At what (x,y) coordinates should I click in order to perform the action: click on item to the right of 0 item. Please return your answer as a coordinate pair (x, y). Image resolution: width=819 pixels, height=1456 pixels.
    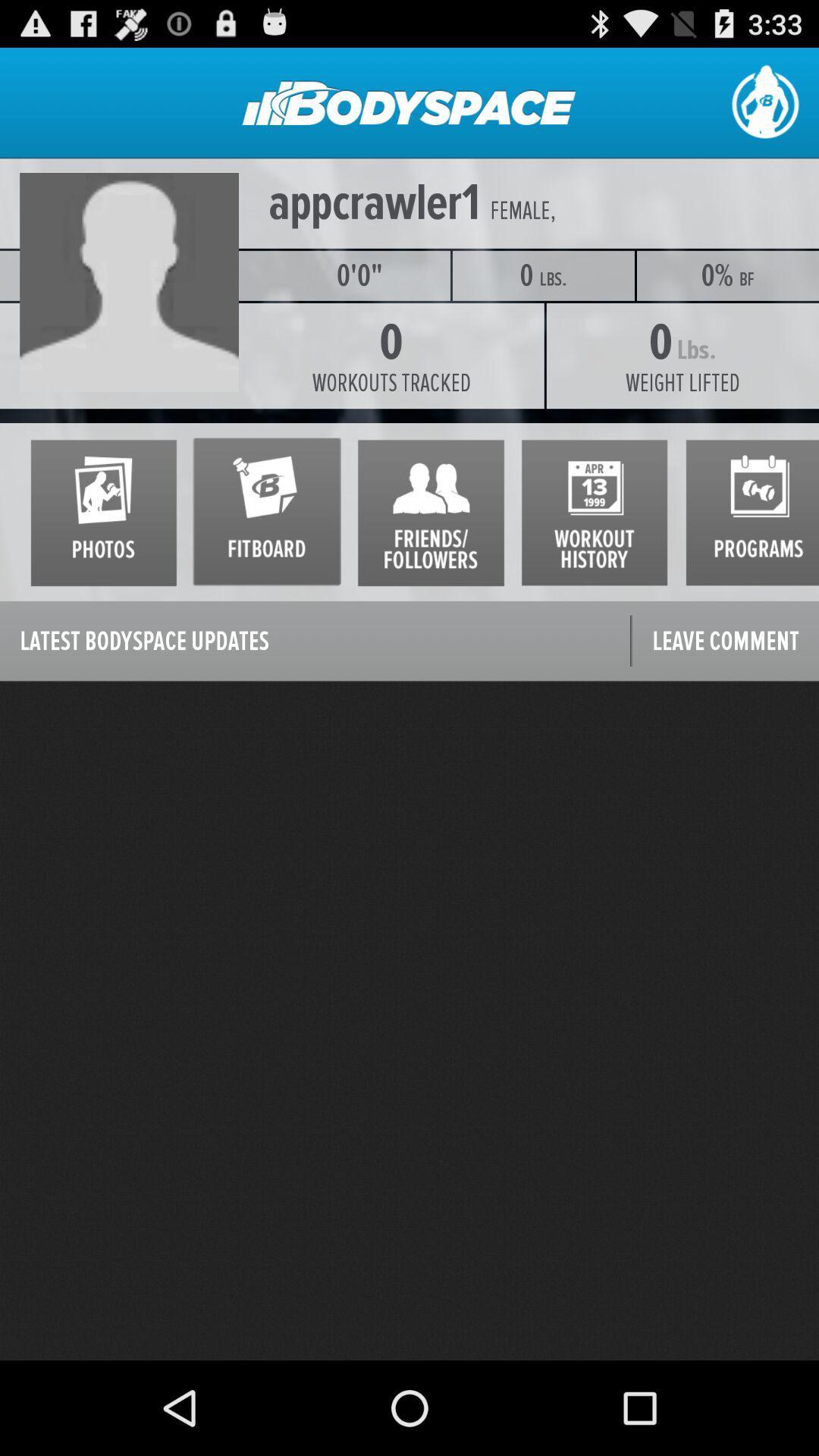
    Looking at the image, I should click on (682, 383).